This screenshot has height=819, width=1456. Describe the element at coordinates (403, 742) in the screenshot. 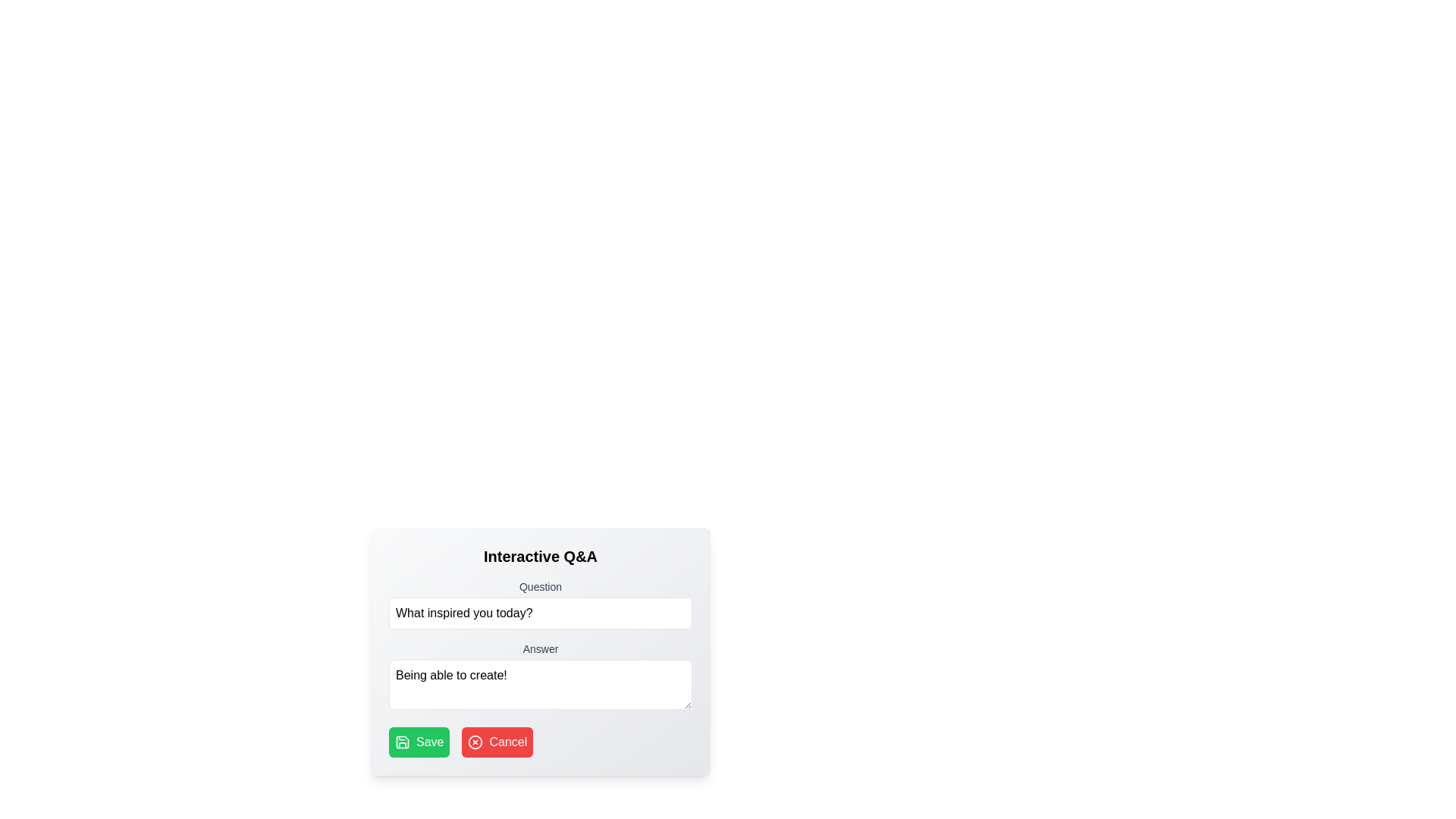

I see `the save icon located inside the 'Save' button at the bottom-left of the dialog box` at that location.